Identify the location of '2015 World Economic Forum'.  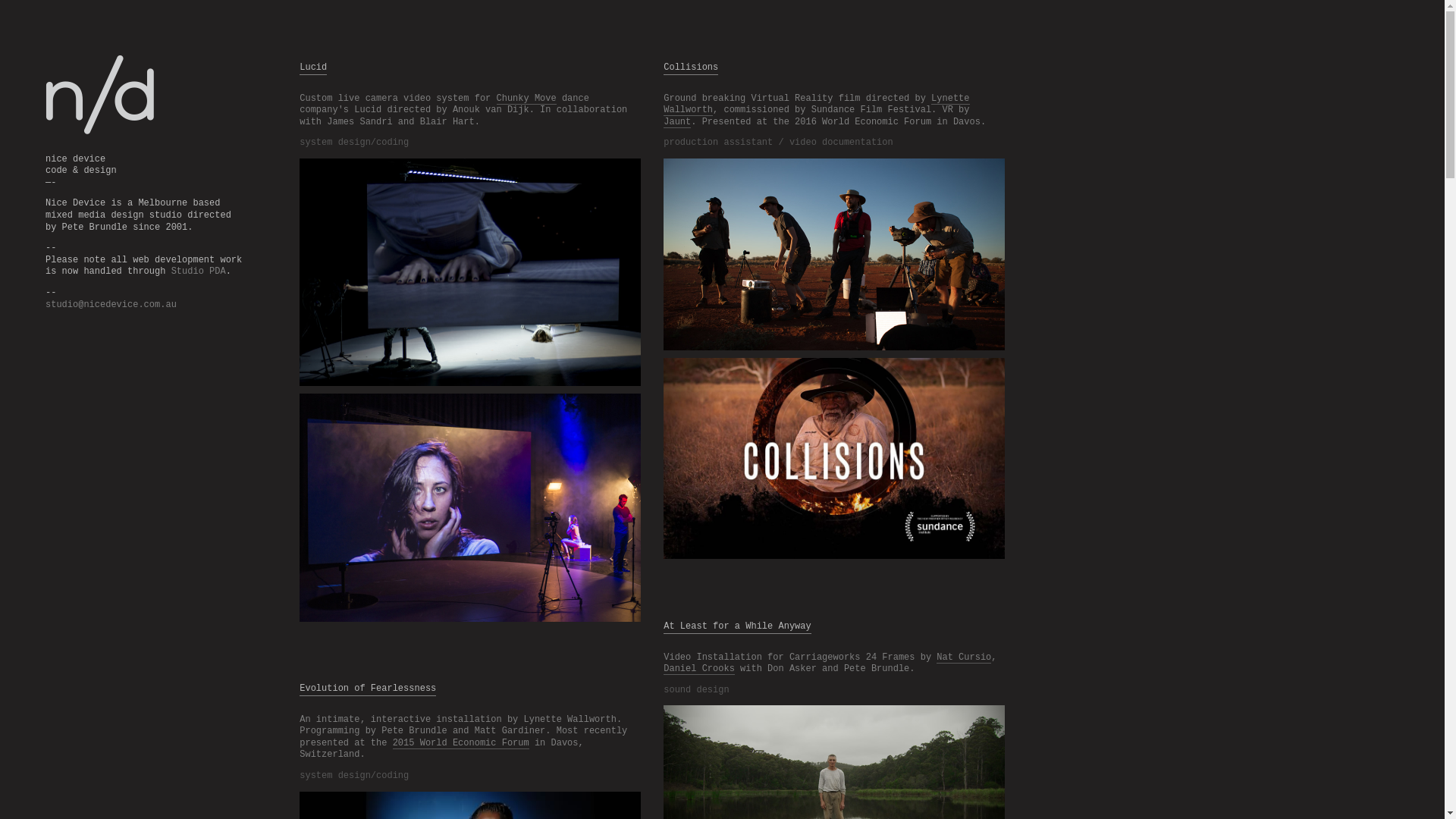
(460, 742).